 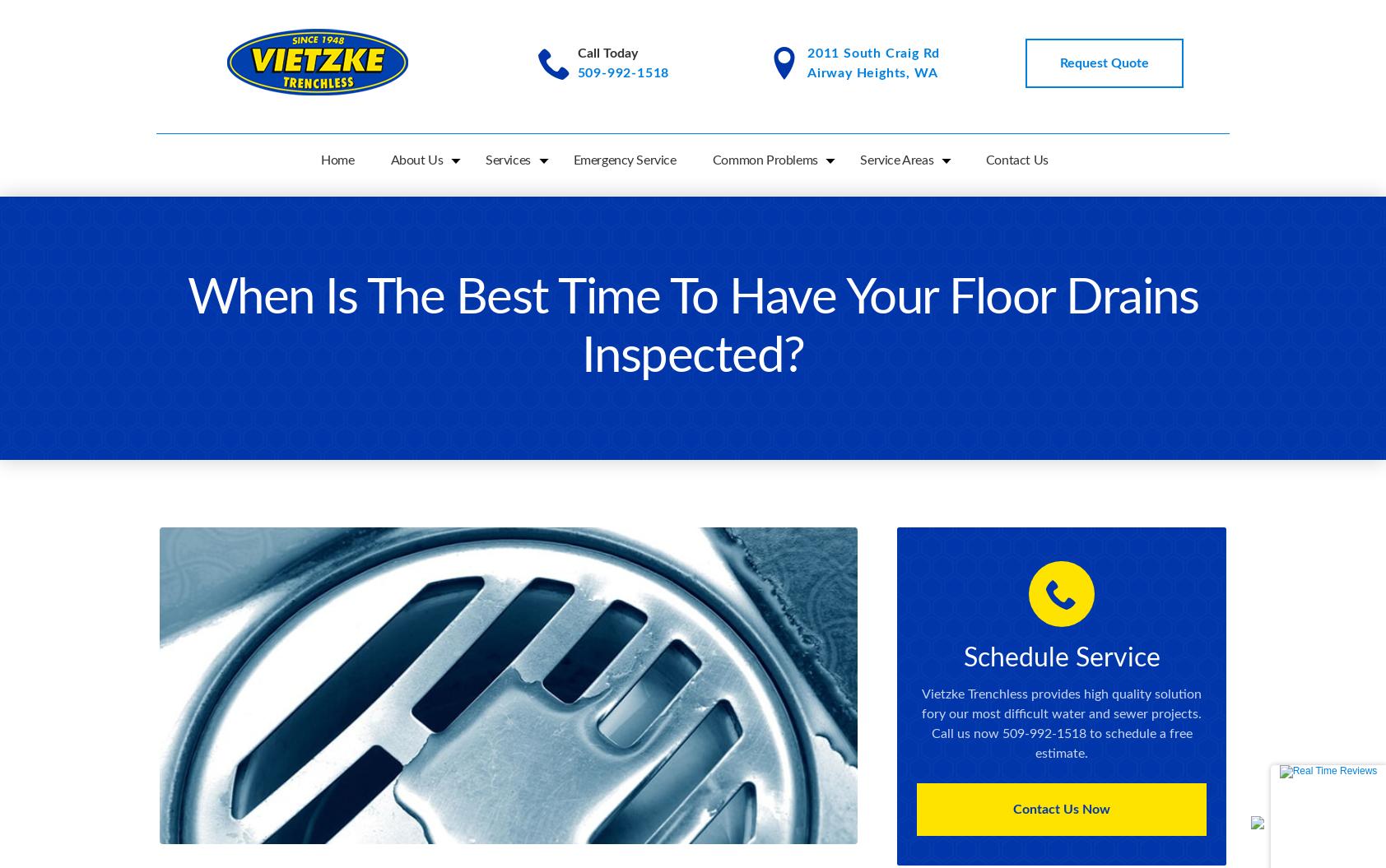 What do you see at coordinates (607, 52) in the screenshot?
I see `'Call Today'` at bounding box center [607, 52].